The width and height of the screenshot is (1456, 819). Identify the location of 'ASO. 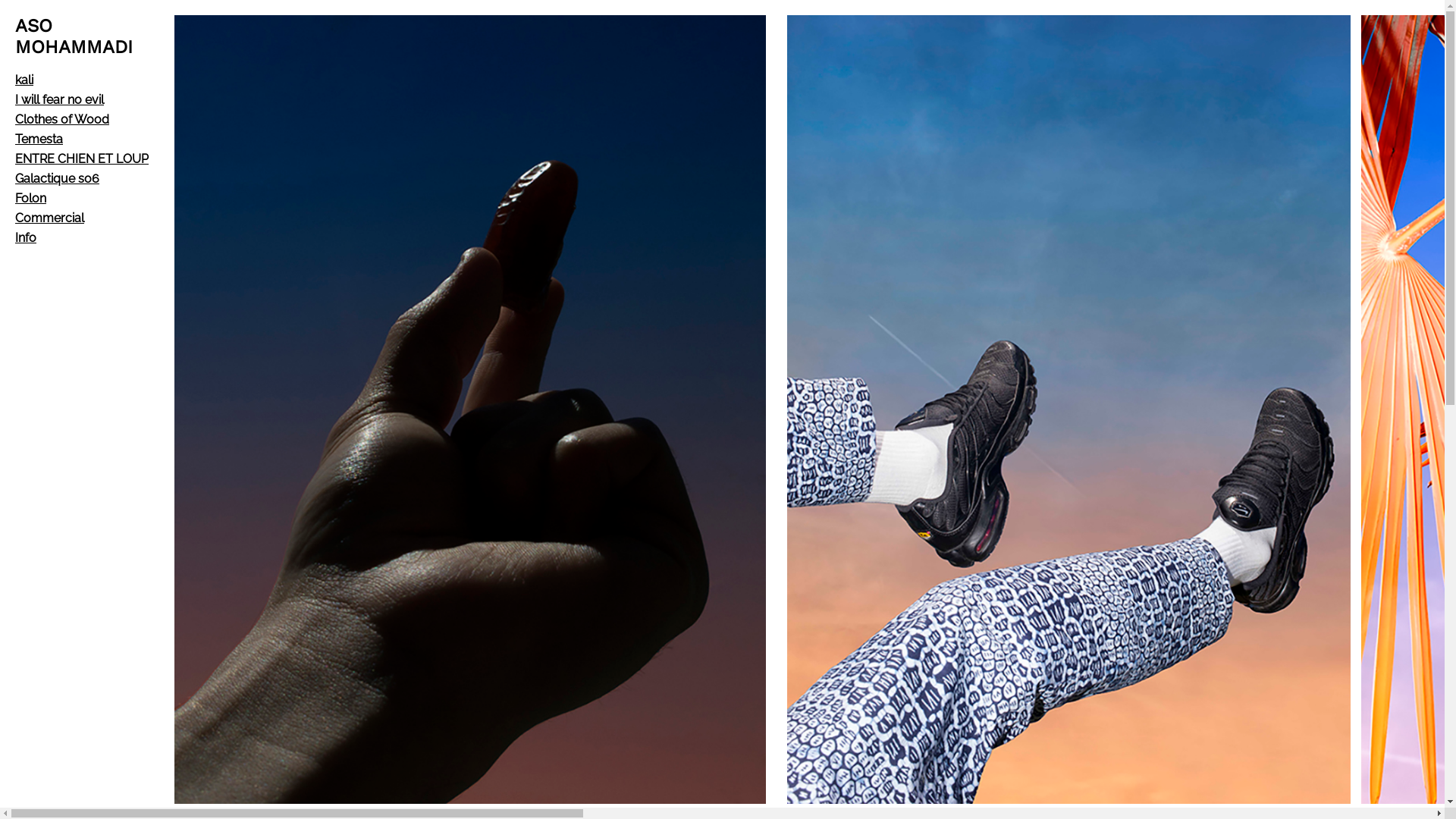
(73, 35).